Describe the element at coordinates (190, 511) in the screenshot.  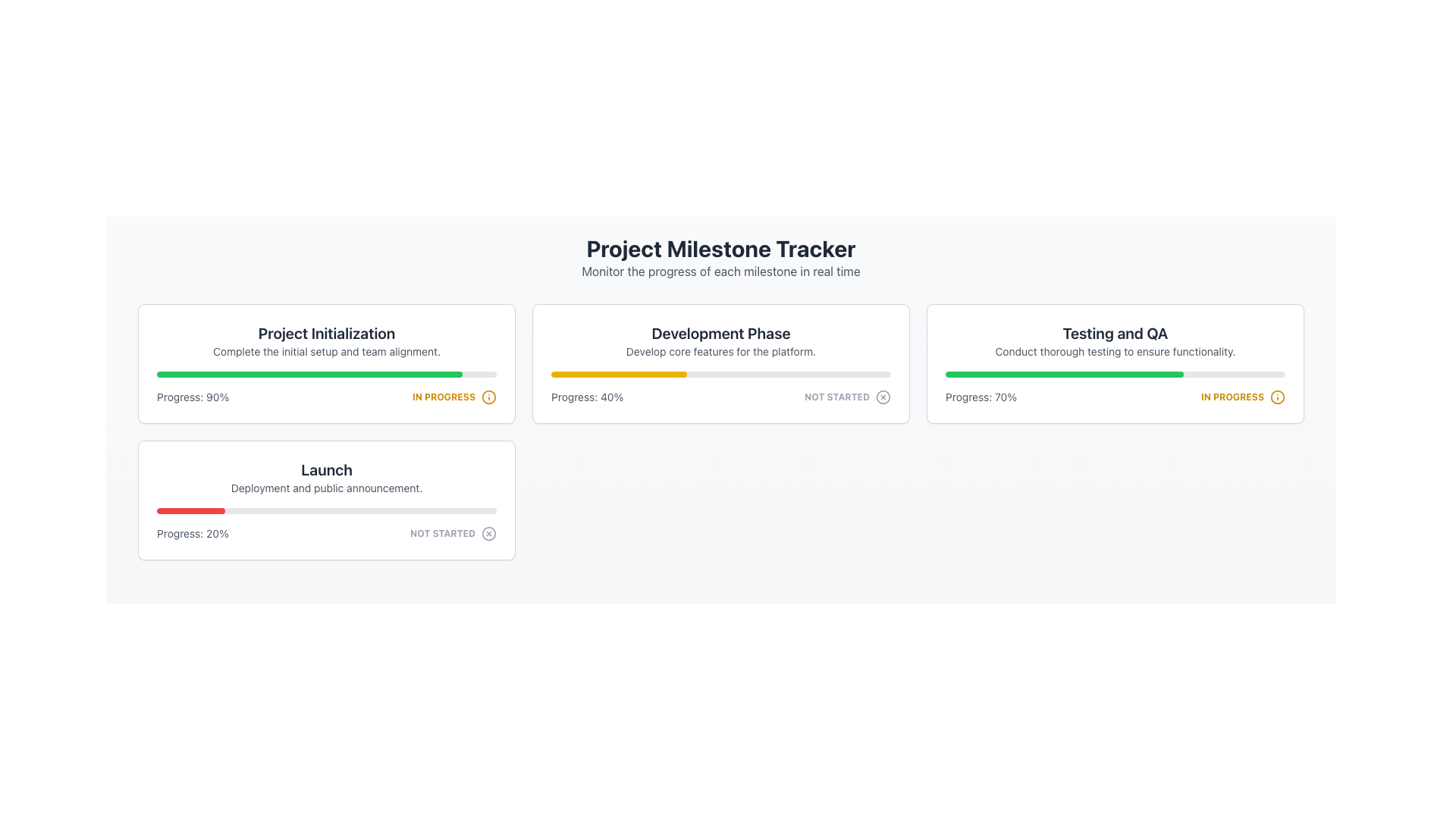
I see `the progress indicator that visually represents the current progress of the 'Launch' milestone, indicating a 20% completion level, located in the bottom-left tile of the Project Milestone Tracker interface` at that location.